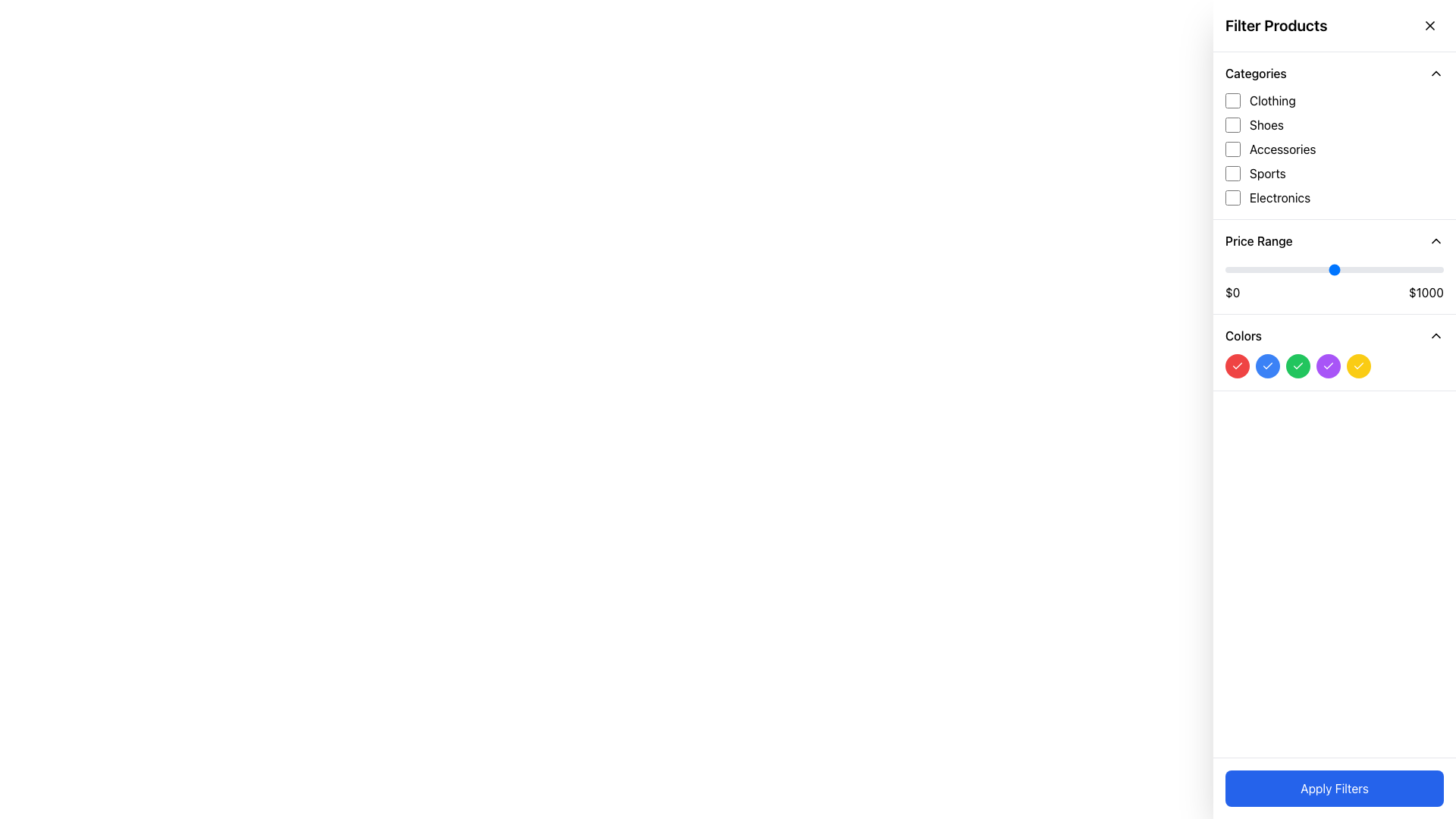 This screenshot has width=1456, height=819. What do you see at coordinates (1267, 172) in the screenshot?
I see `the 'Sports' category text label located in the 'Categories' section of the filter sidebar` at bounding box center [1267, 172].